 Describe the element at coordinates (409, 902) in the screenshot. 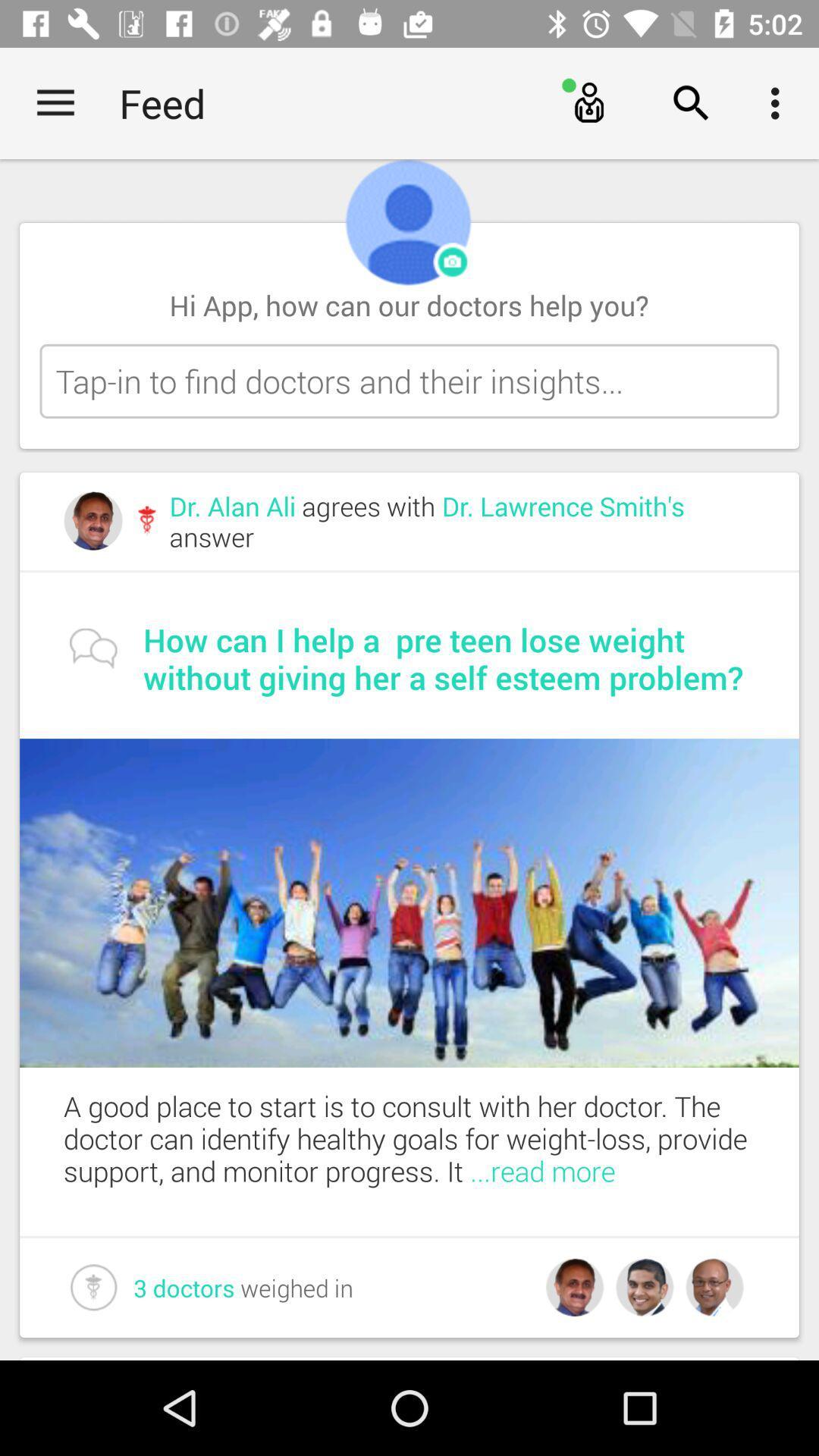

I see `the item below the how can i item` at that location.